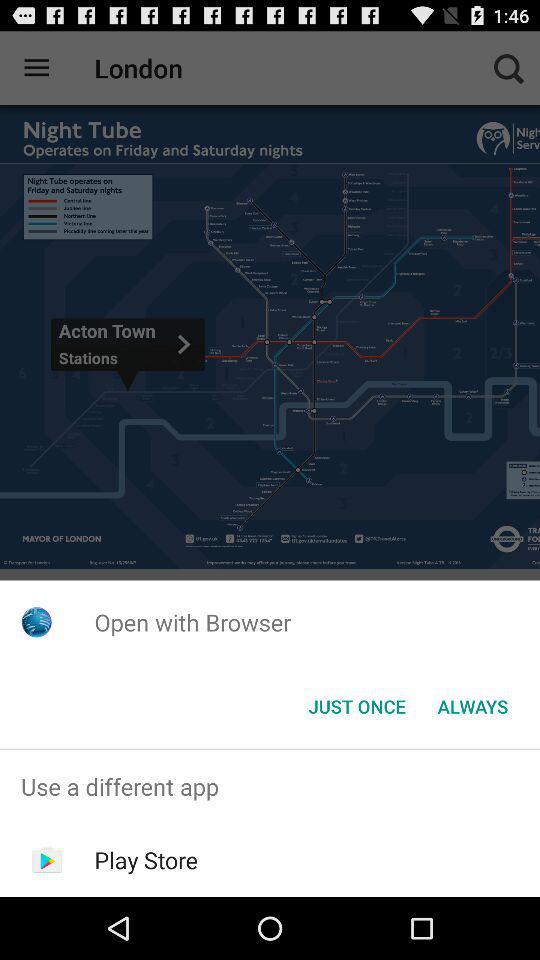  What do you see at coordinates (472, 706) in the screenshot?
I see `always icon` at bounding box center [472, 706].